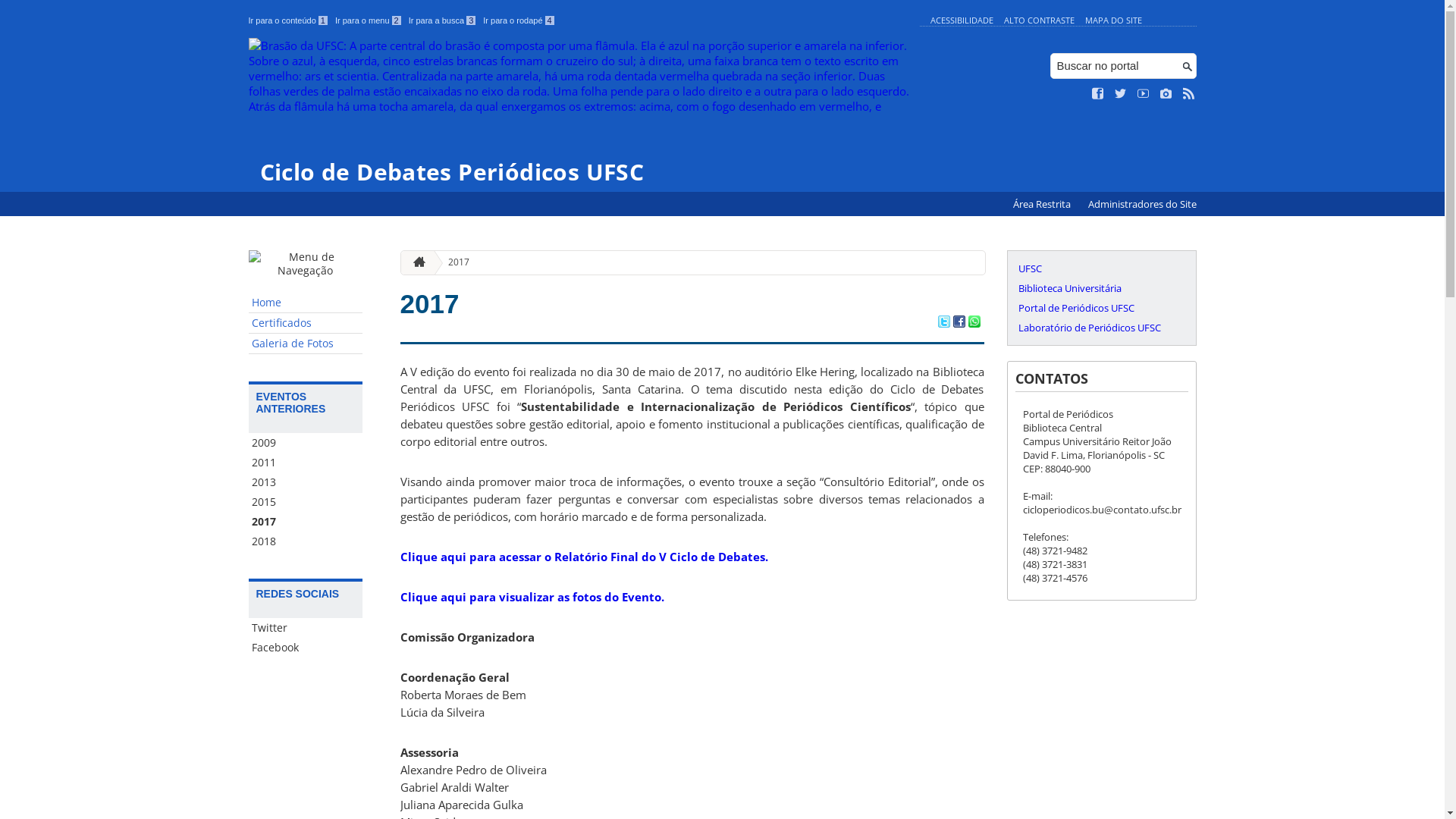 Image resolution: width=1456 pixels, height=819 pixels. What do you see at coordinates (305, 502) in the screenshot?
I see `'2015'` at bounding box center [305, 502].